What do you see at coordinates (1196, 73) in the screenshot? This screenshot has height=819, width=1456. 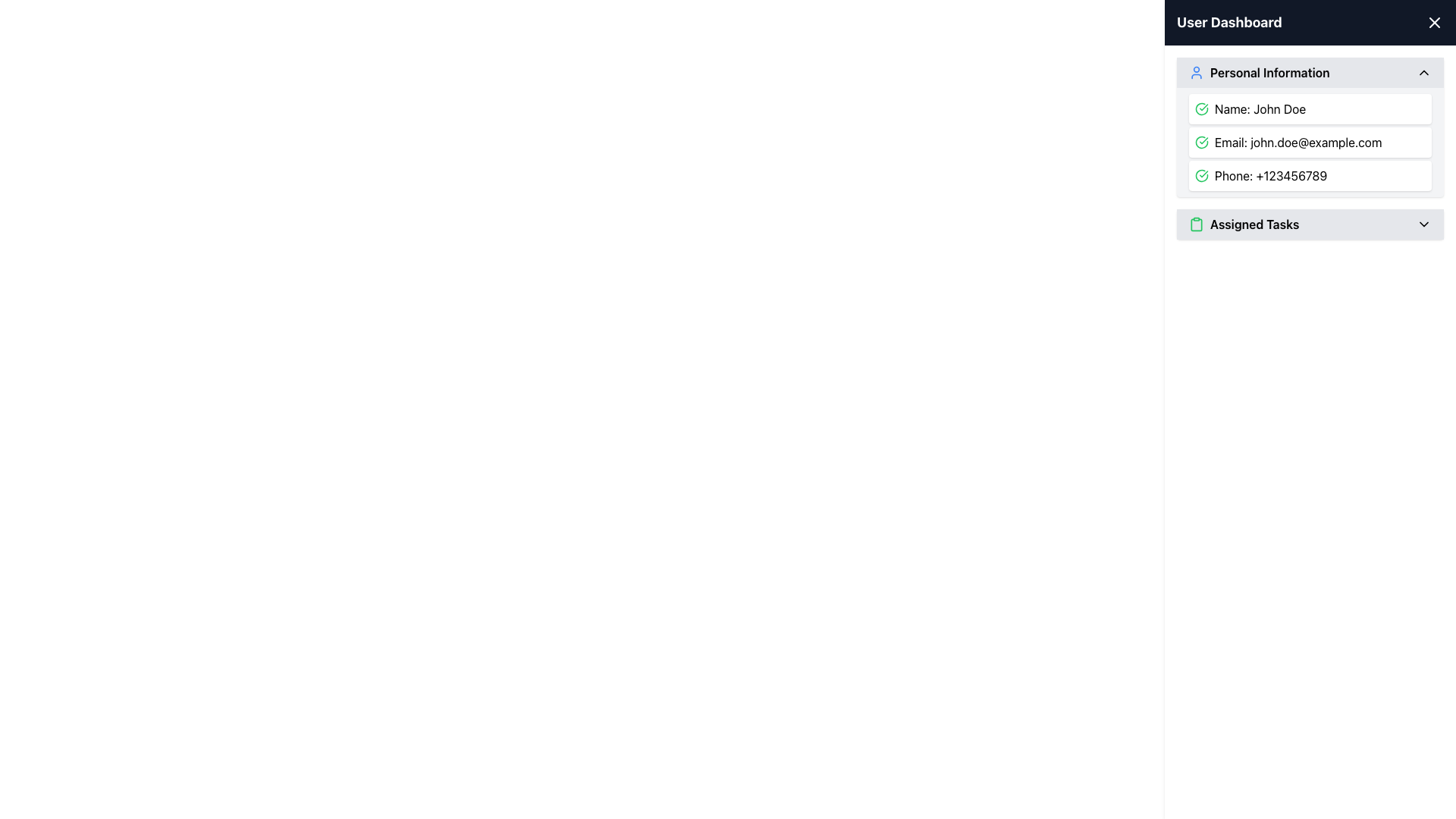 I see `the user-related content icon representing the 'Personal Information' section, which is located to the left of the corresponding textual label` at bounding box center [1196, 73].